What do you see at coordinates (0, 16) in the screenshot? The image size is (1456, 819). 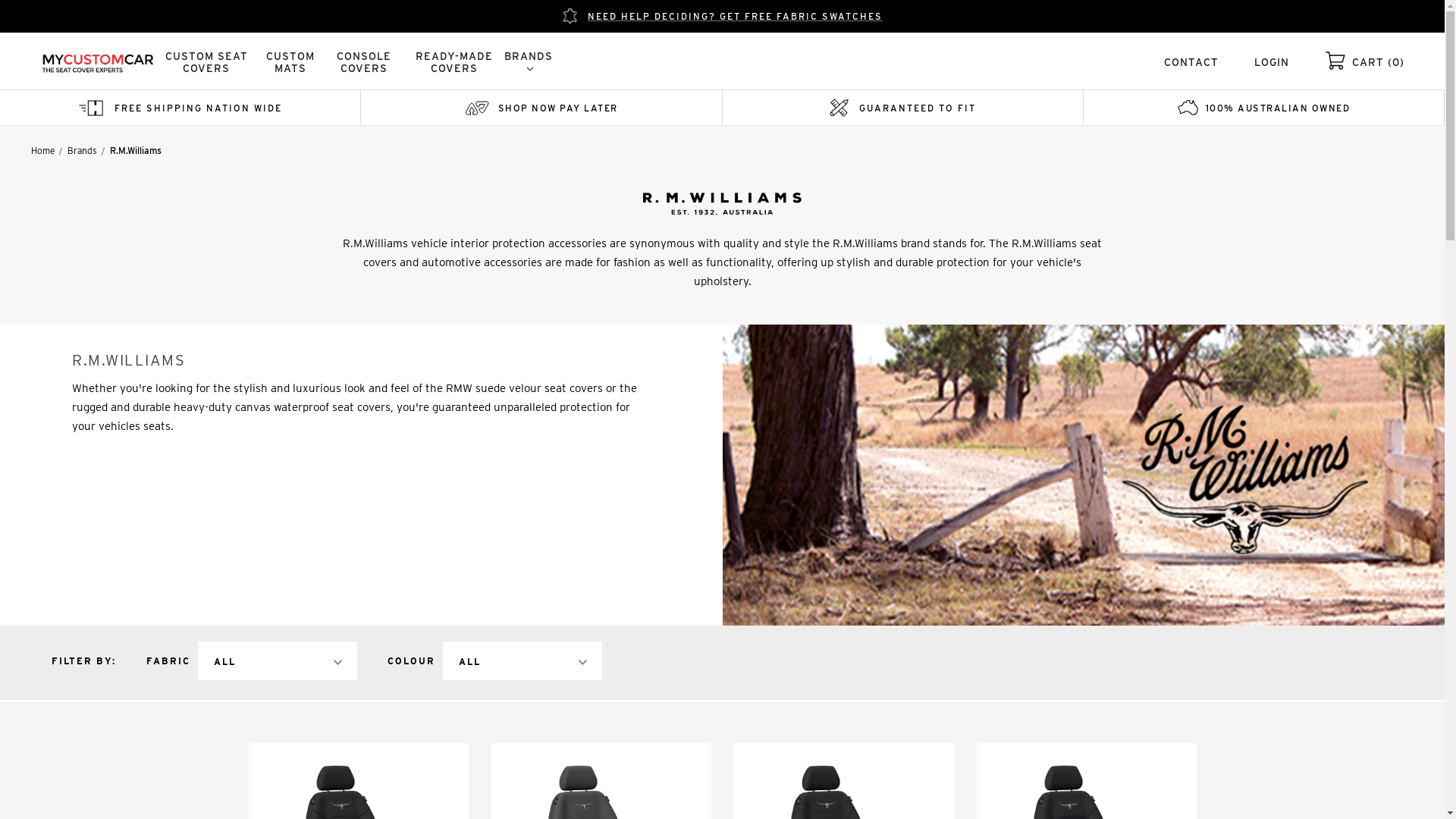 I see `'NEED HELP DECIDING? GET FREE FABRIC SWATCHES'` at bounding box center [0, 16].